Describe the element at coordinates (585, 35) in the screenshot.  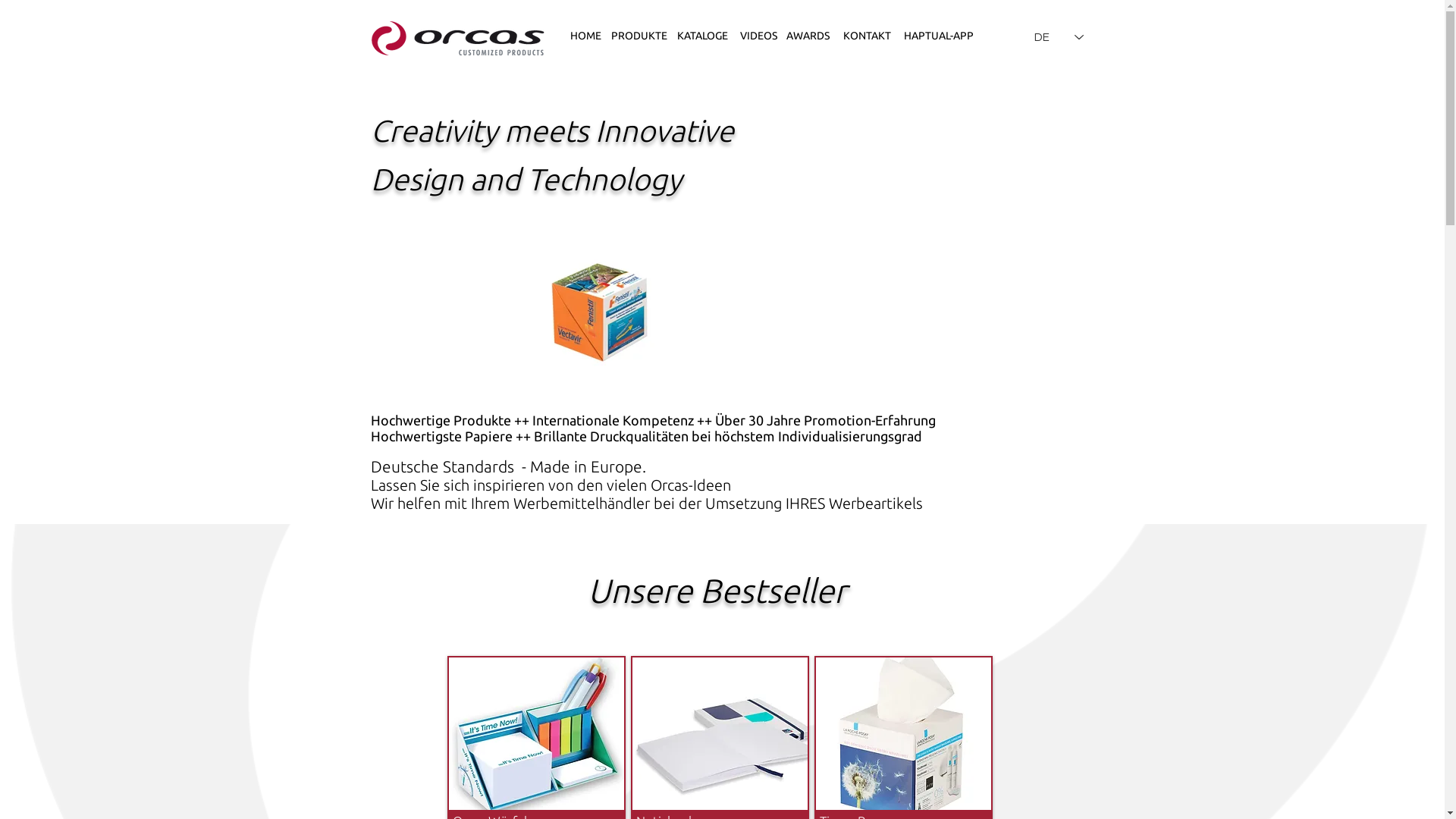
I see `'HOME'` at that location.